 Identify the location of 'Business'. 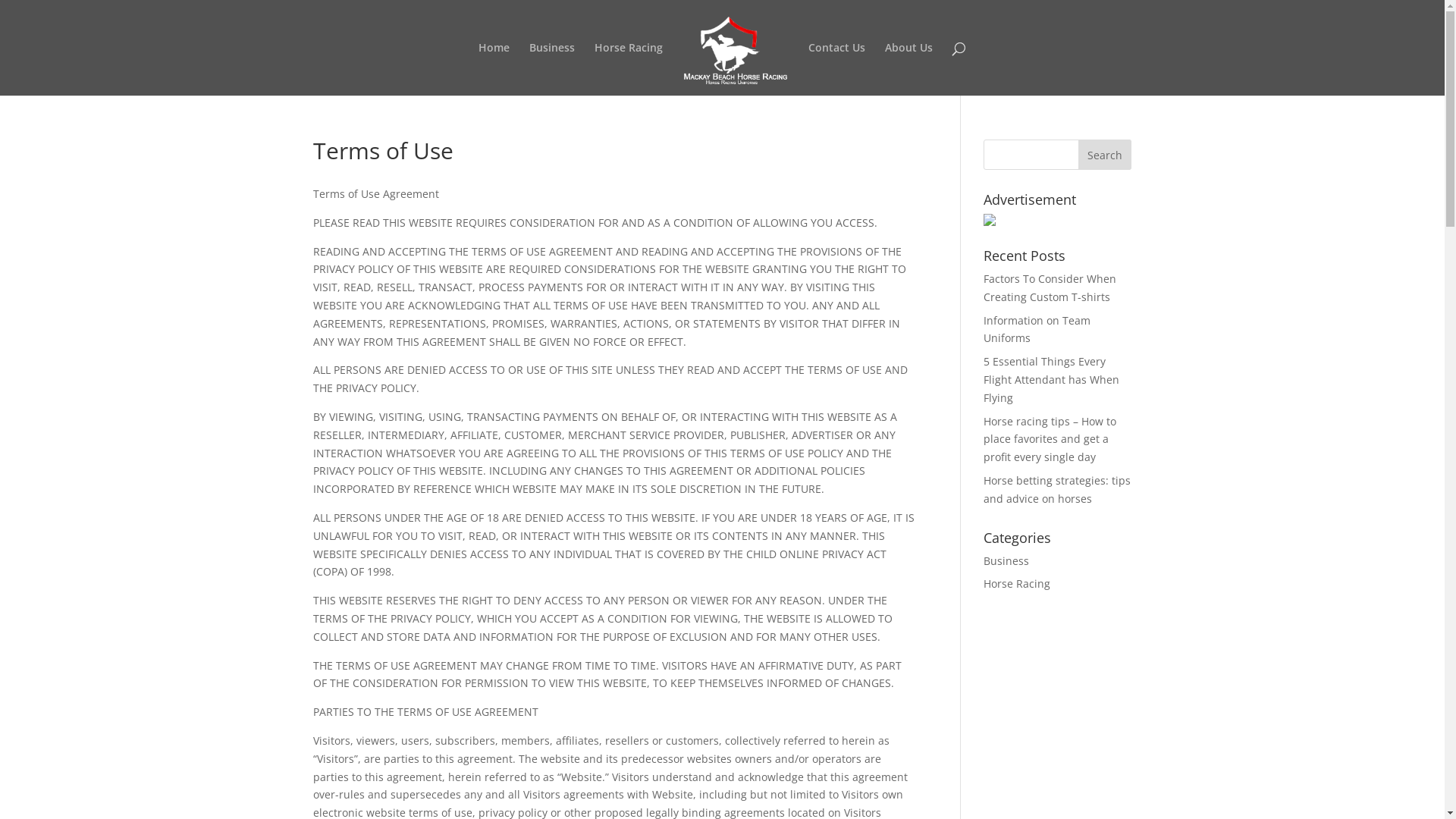
(1006, 560).